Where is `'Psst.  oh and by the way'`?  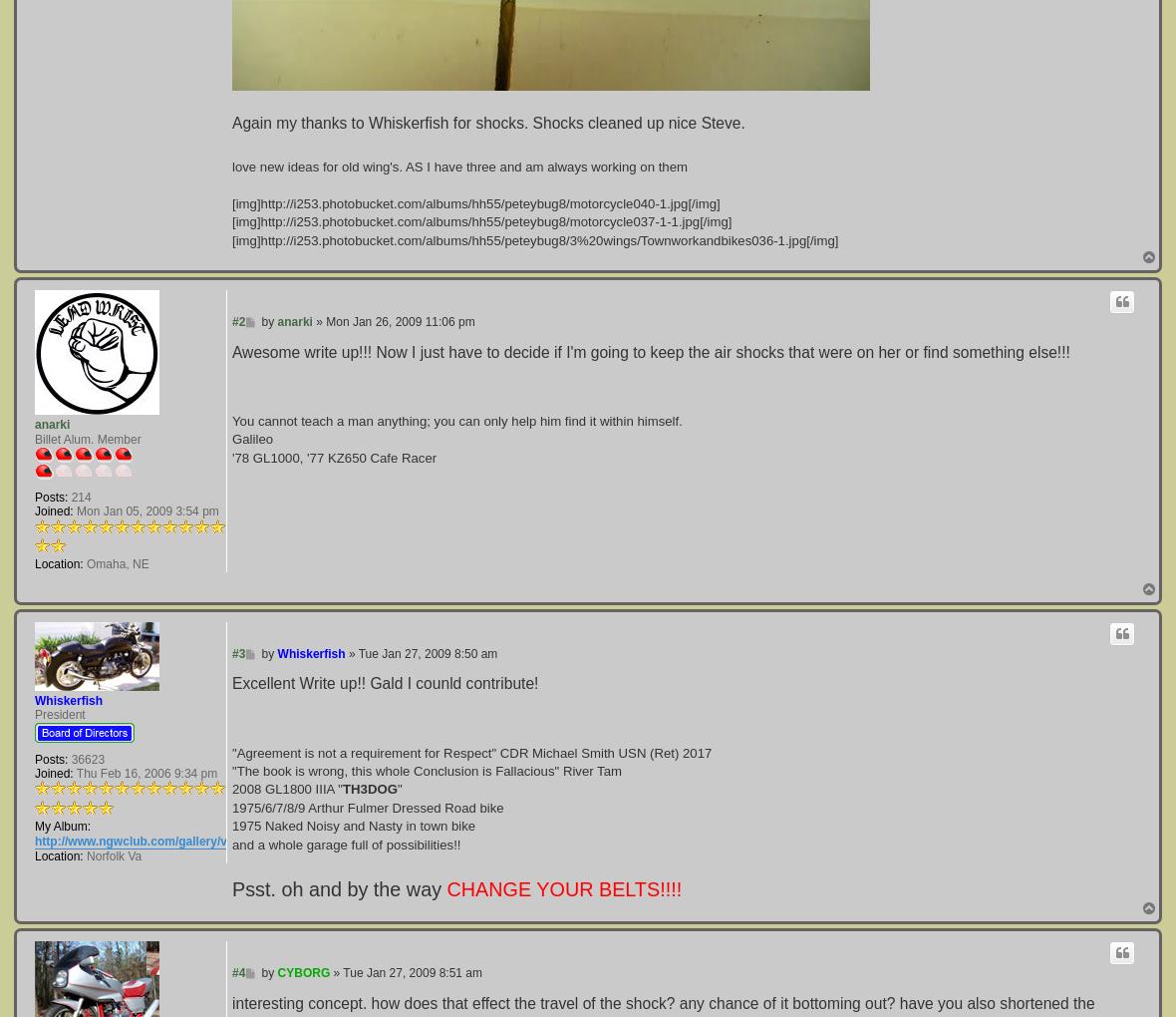 'Psst.  oh and by the way' is located at coordinates (335, 886).